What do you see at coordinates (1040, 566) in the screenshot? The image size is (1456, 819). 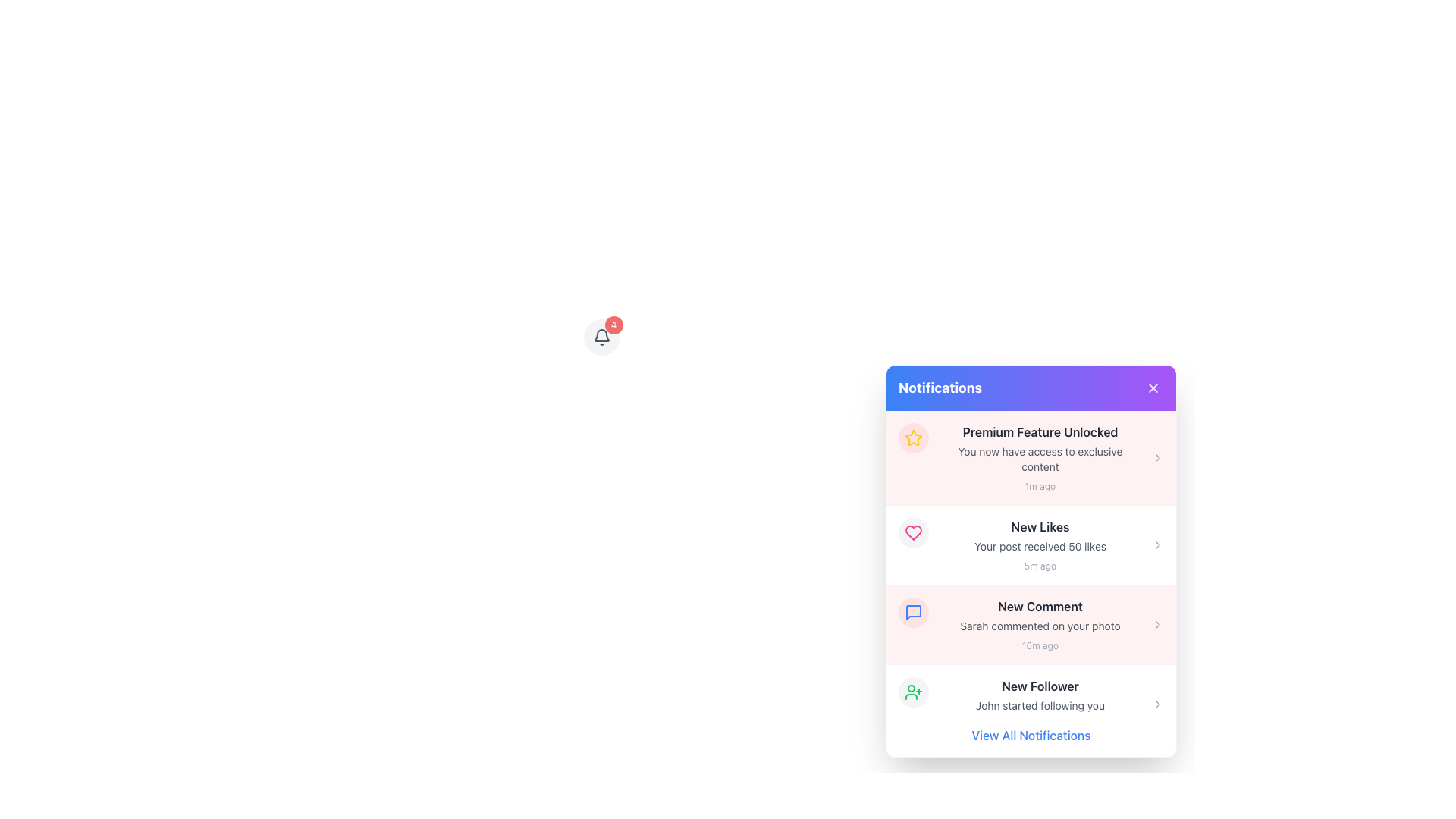 I see `text label that shows the relative time since the notification occurred, located below the 'Your post received 50 likes' text in the 'New Likes' notification` at bounding box center [1040, 566].